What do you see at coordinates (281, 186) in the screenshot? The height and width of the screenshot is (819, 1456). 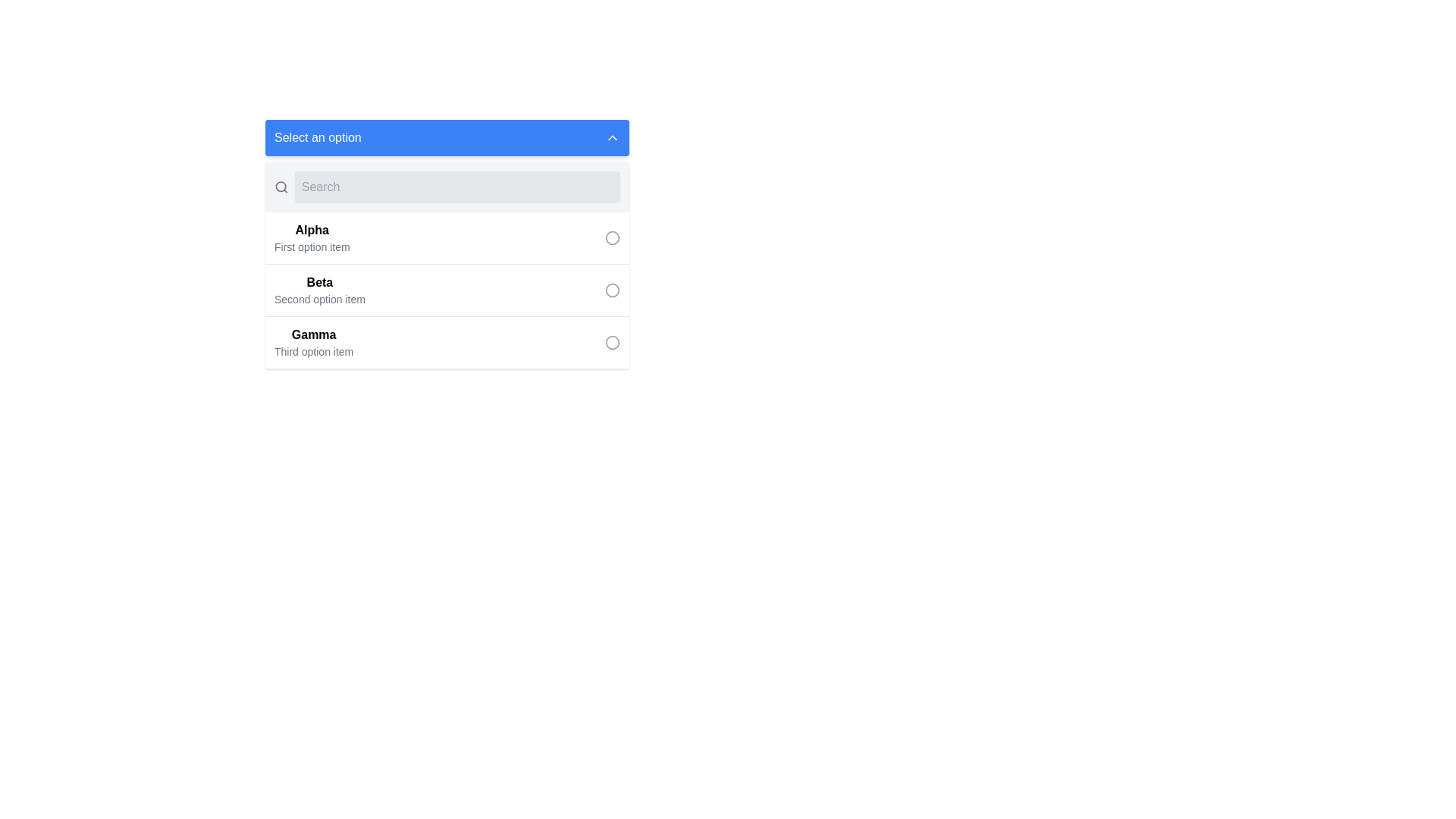 I see `the search functionality icon located to the left of the search input field in the top central section of the interface` at bounding box center [281, 186].